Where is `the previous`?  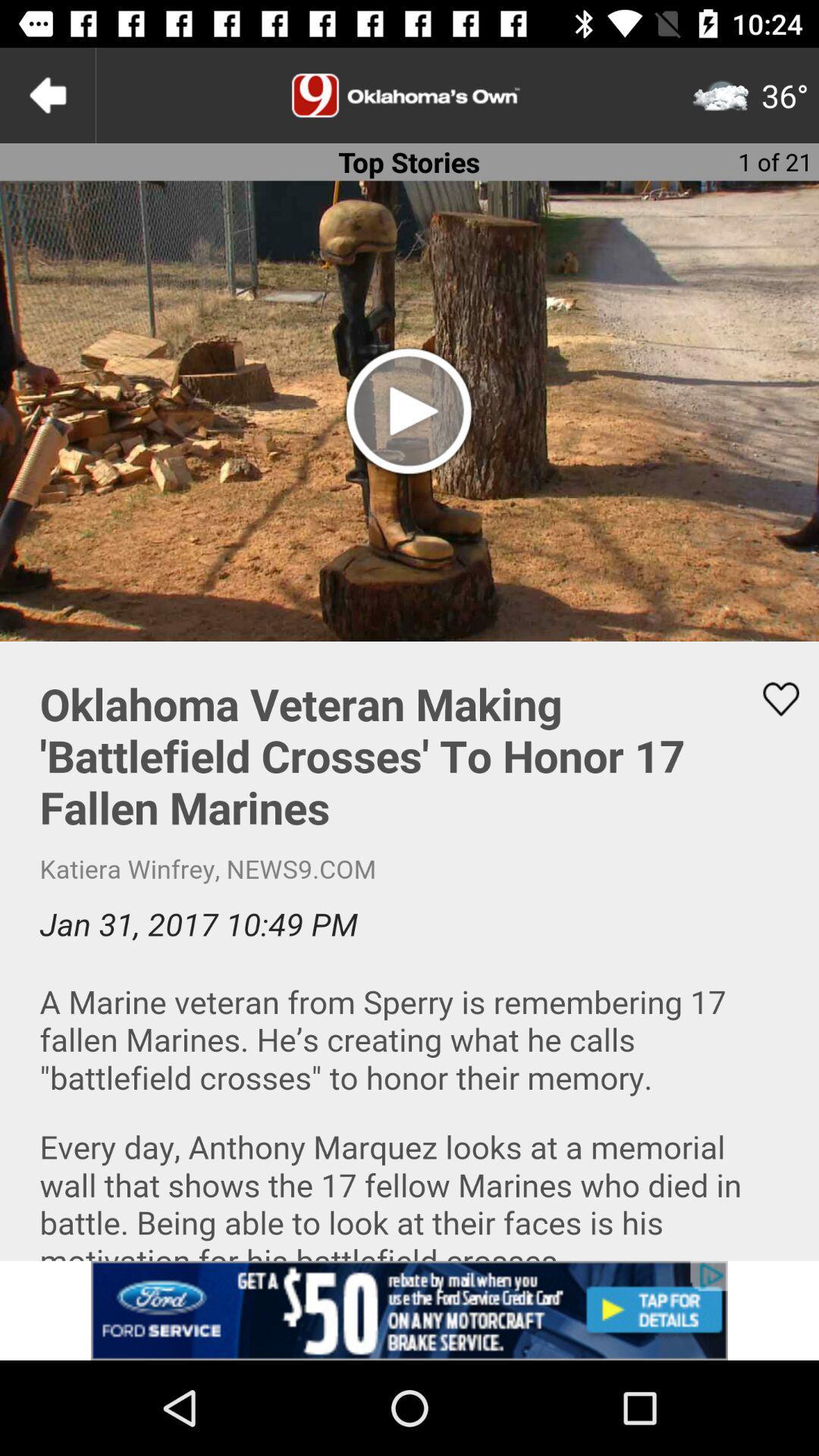 the previous is located at coordinates (46, 94).